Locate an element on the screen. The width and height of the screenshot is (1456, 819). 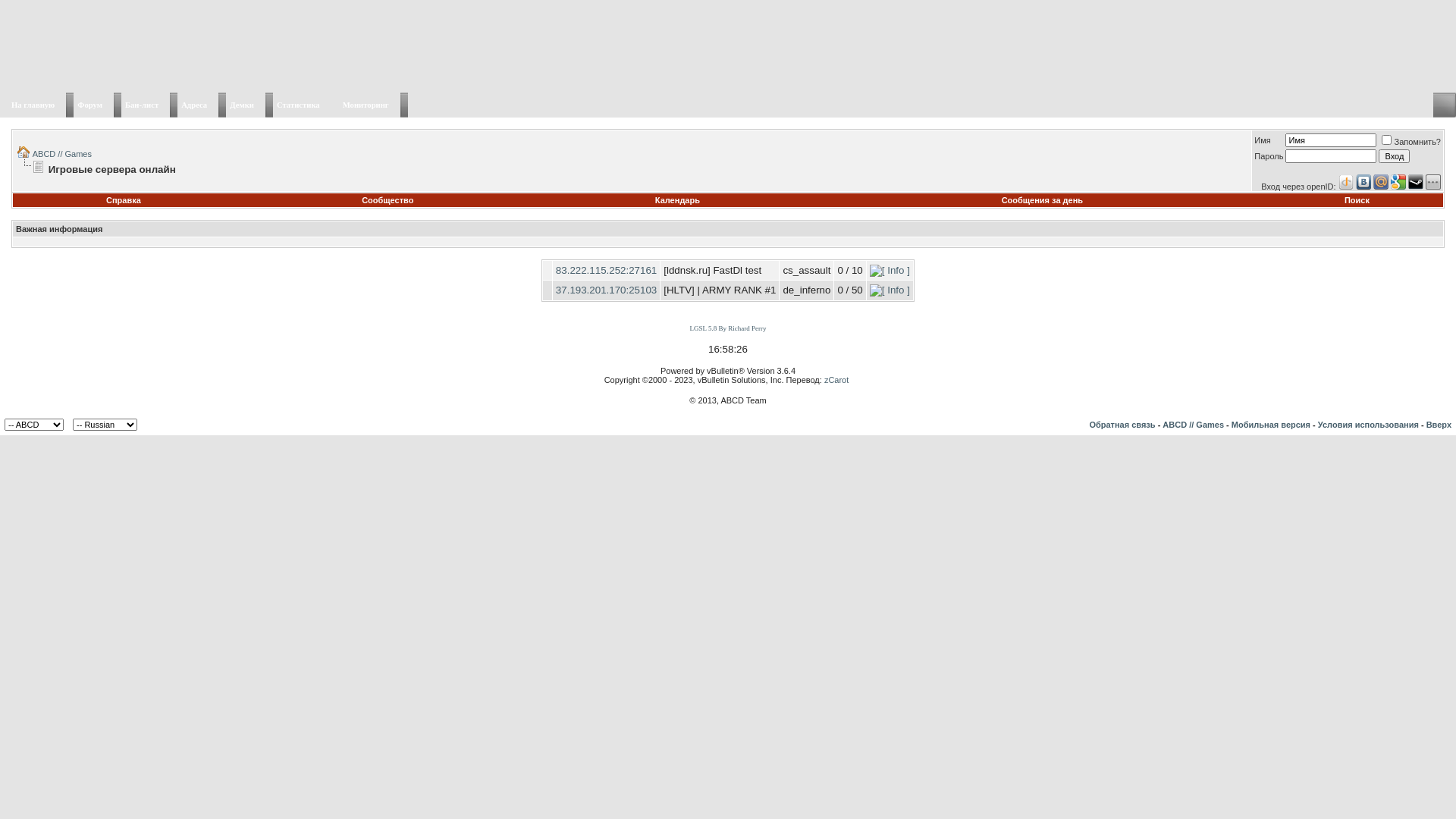
'zCarot' is located at coordinates (836, 379).